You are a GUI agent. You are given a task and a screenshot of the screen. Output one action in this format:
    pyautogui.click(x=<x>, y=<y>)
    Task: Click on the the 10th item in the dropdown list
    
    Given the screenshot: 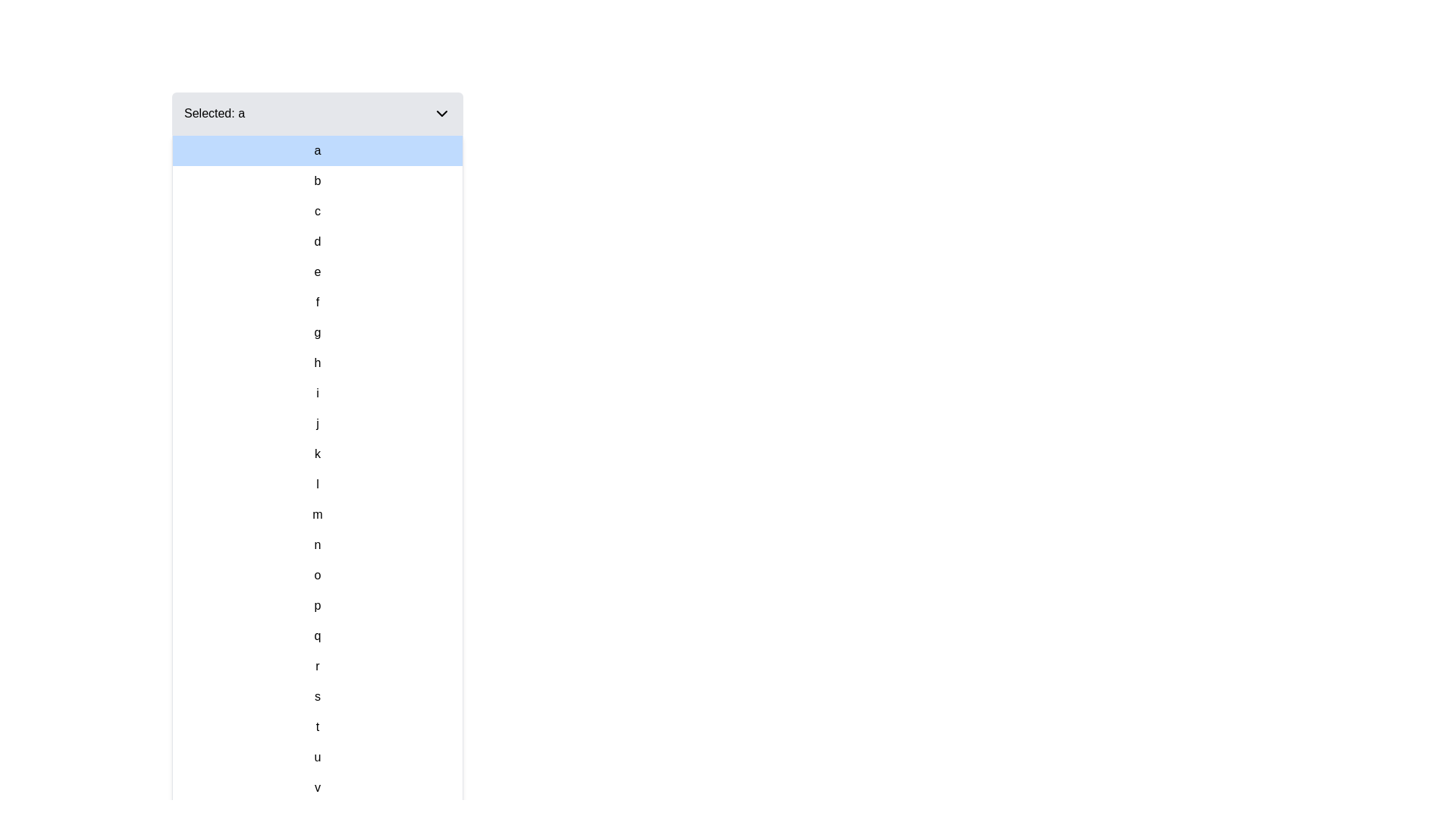 What is the action you would take?
    pyautogui.click(x=316, y=424)
    